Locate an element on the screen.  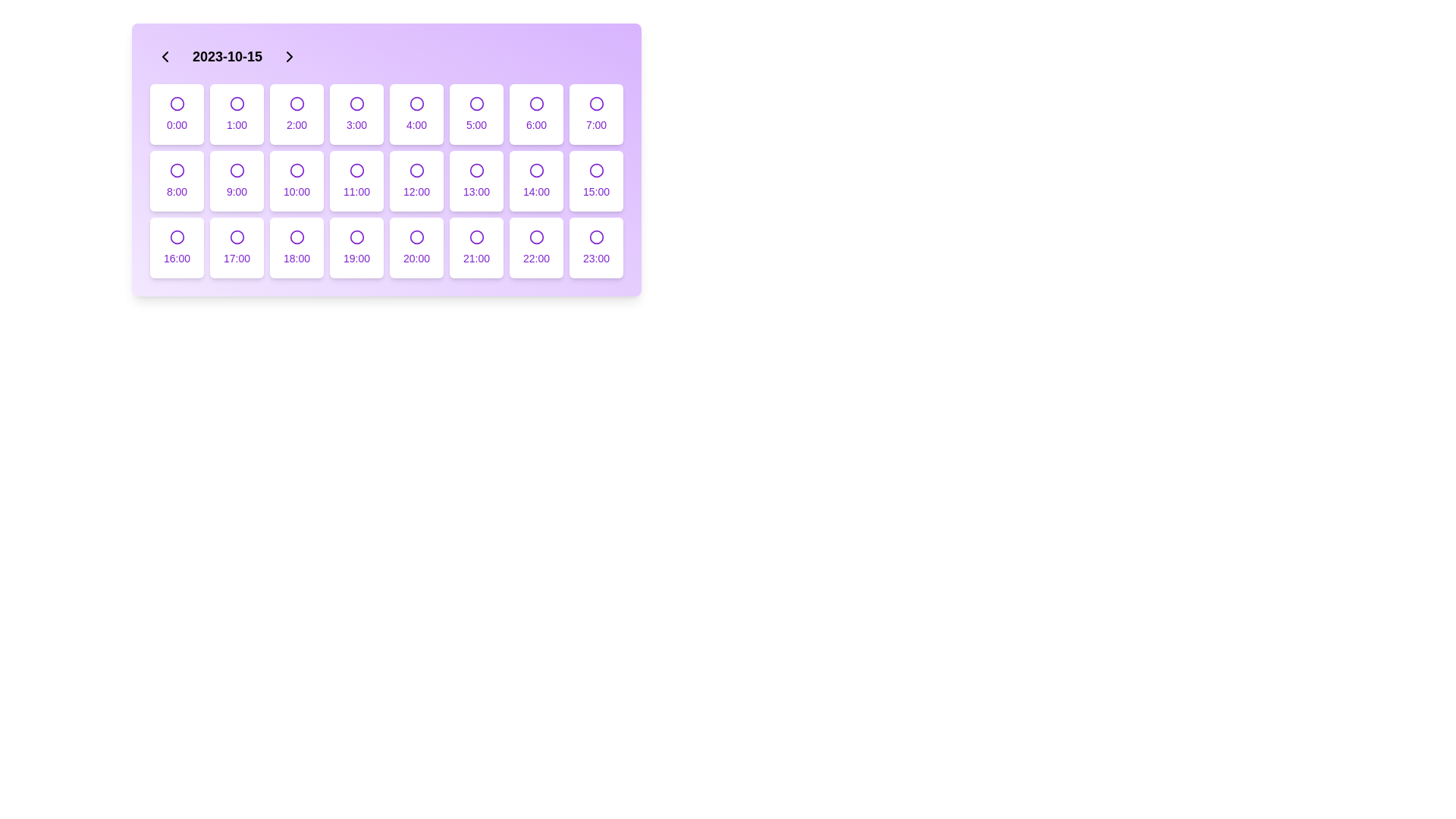
the time selector button for '13:00' located in the middle row, sixth column of the grid is located at coordinates (475, 180).